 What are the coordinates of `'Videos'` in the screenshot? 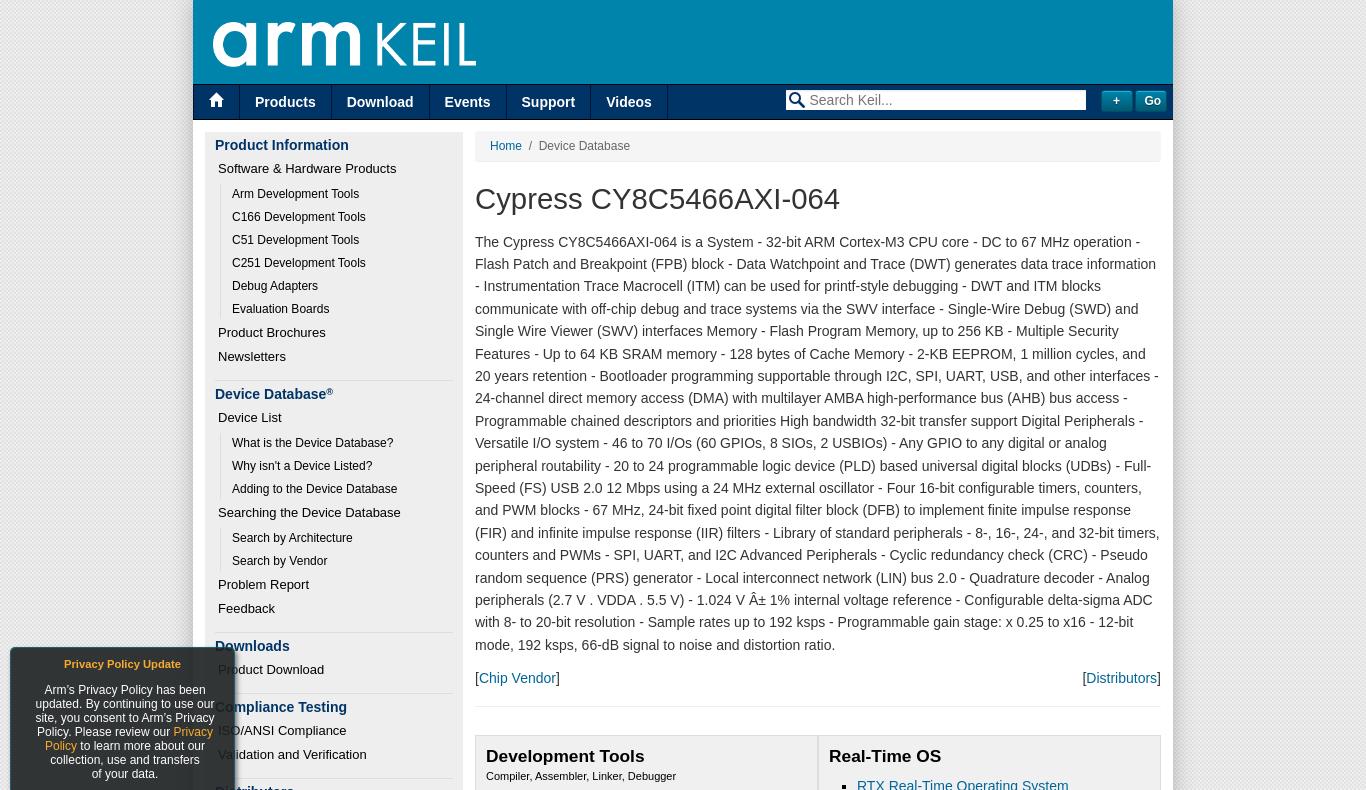 It's located at (627, 101).